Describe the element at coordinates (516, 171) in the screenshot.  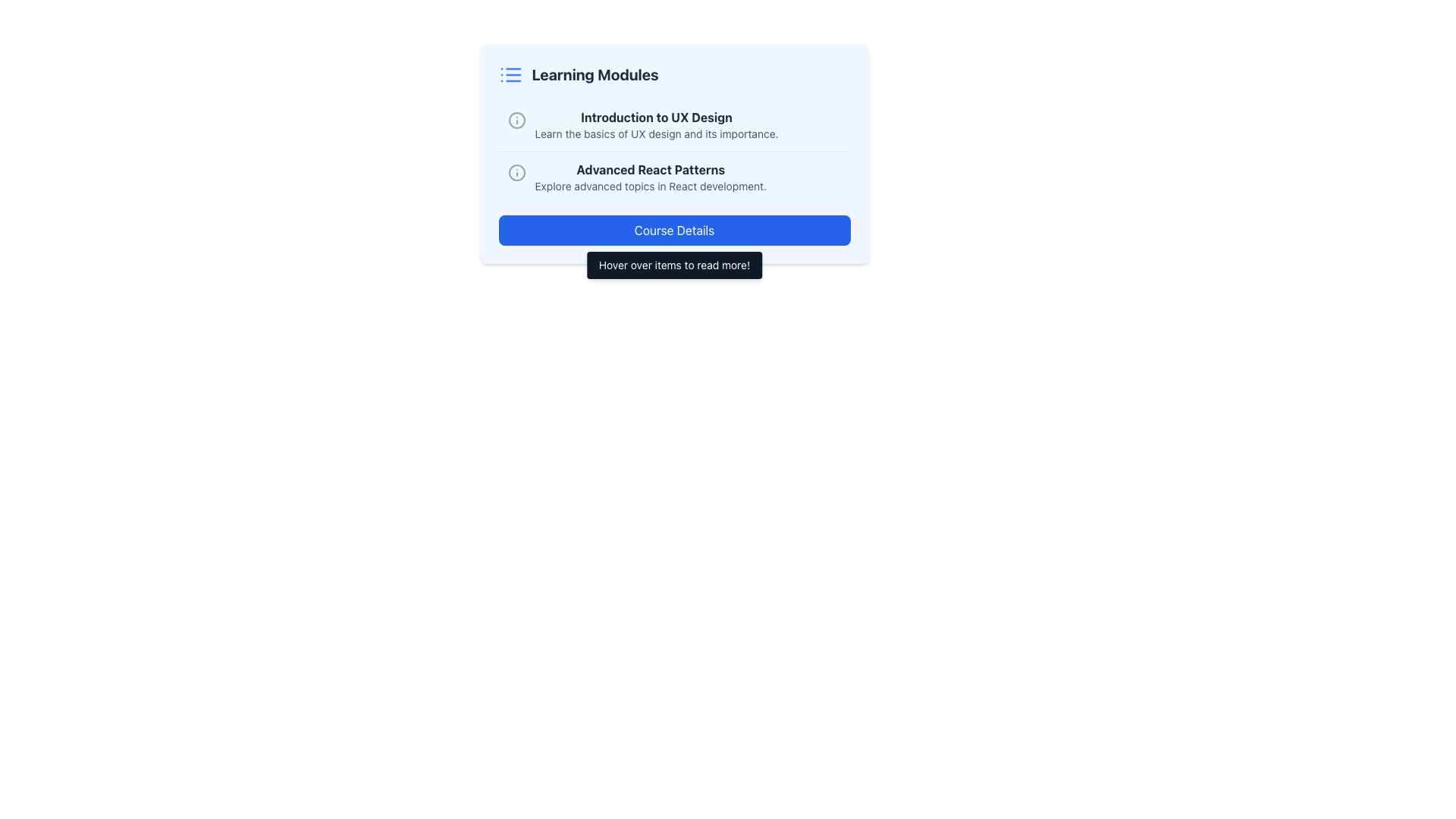
I see `the information icon, which is a gray circle with an 'i' symbol, located to the left of the text 'Advanced React Patterns' in the 'Learning Modules' section` at that location.